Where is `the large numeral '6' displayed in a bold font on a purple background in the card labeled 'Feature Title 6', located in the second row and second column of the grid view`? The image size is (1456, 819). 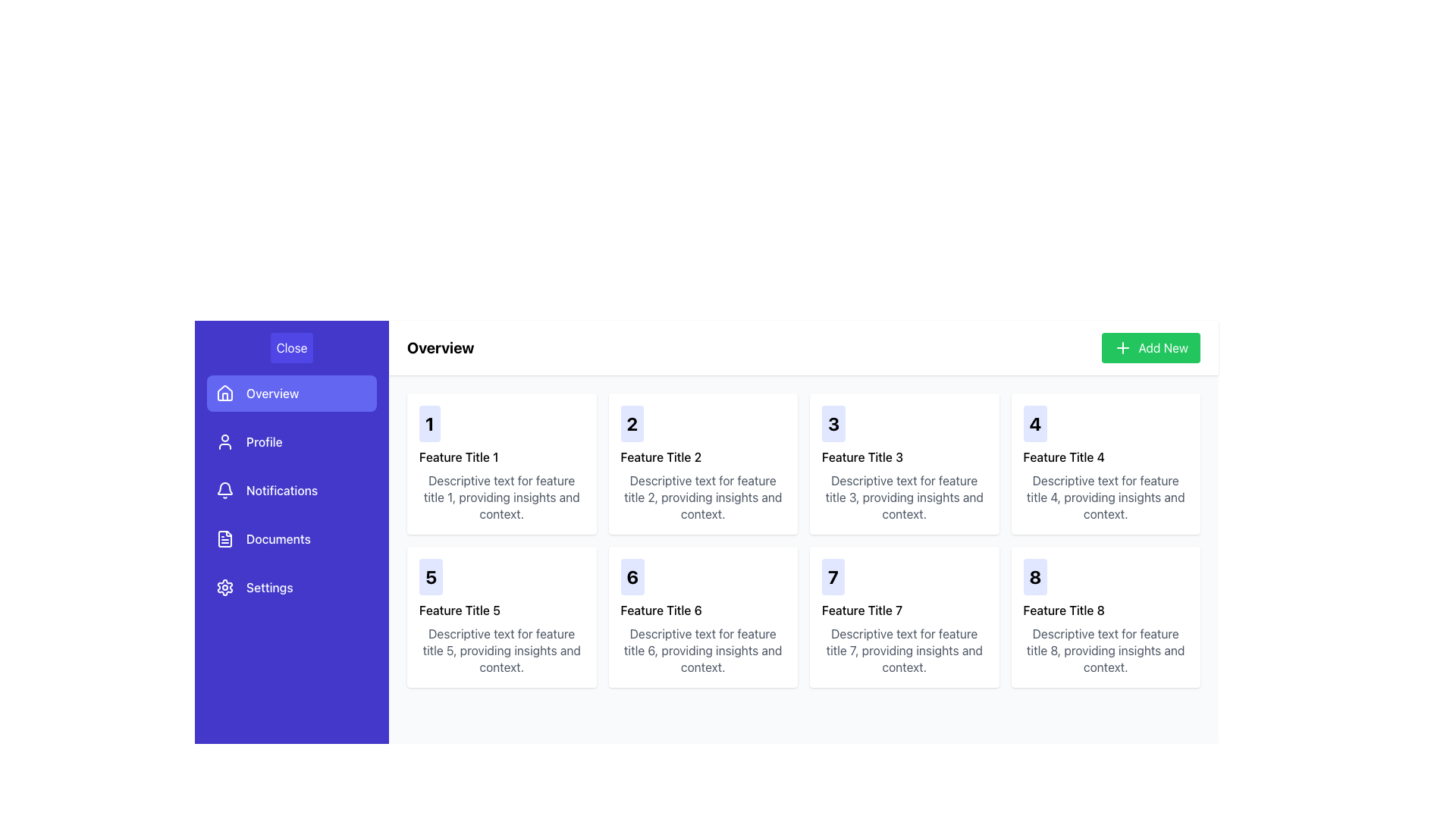
the large numeral '6' displayed in a bold font on a purple background in the card labeled 'Feature Title 6', located in the second row and second column of the grid view is located at coordinates (632, 576).